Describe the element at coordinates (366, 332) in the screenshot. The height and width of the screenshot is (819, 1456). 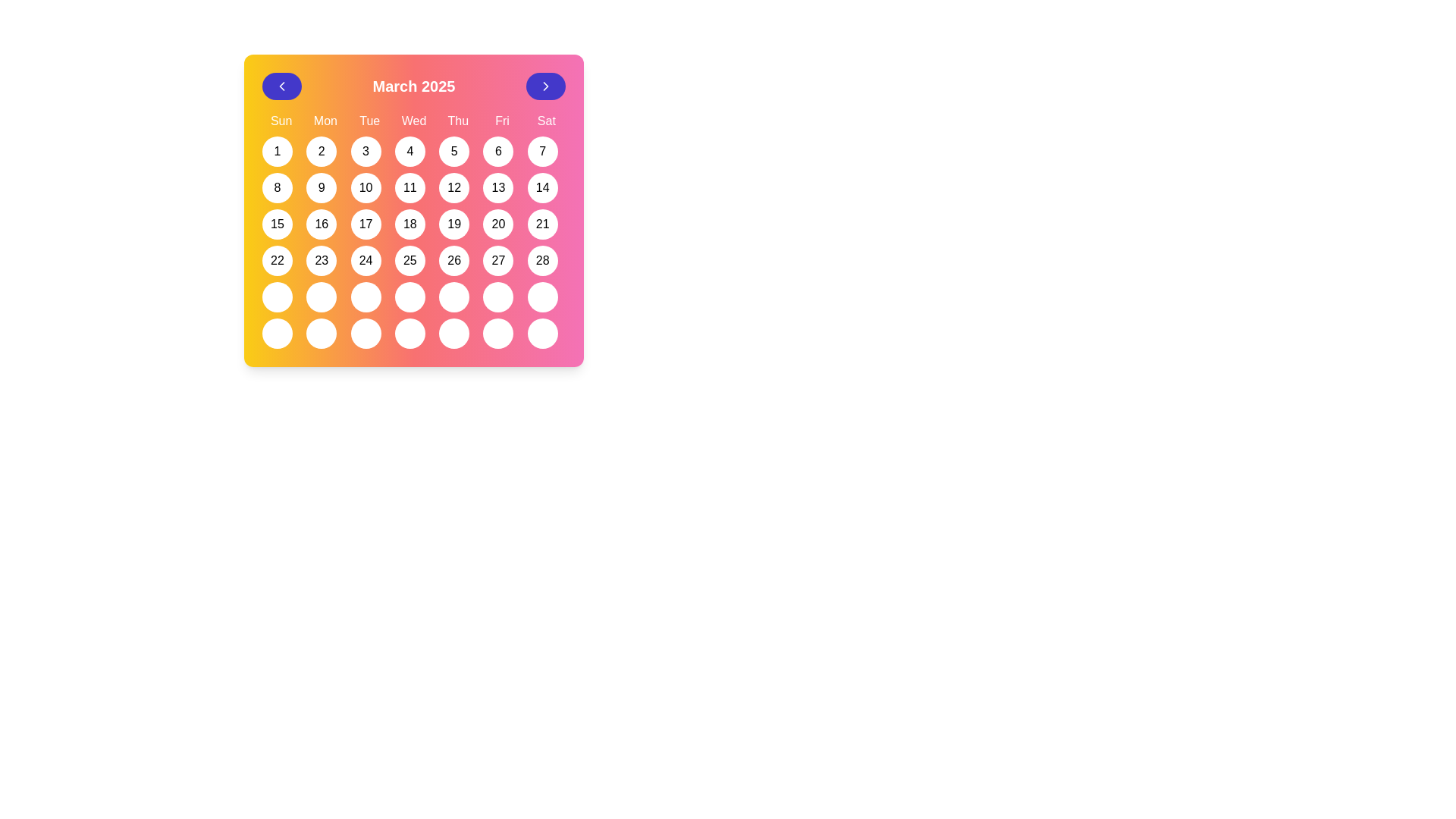
I see `the circular white button with a black border located in the bottom row of the calendar grid under 'Tue'` at that location.